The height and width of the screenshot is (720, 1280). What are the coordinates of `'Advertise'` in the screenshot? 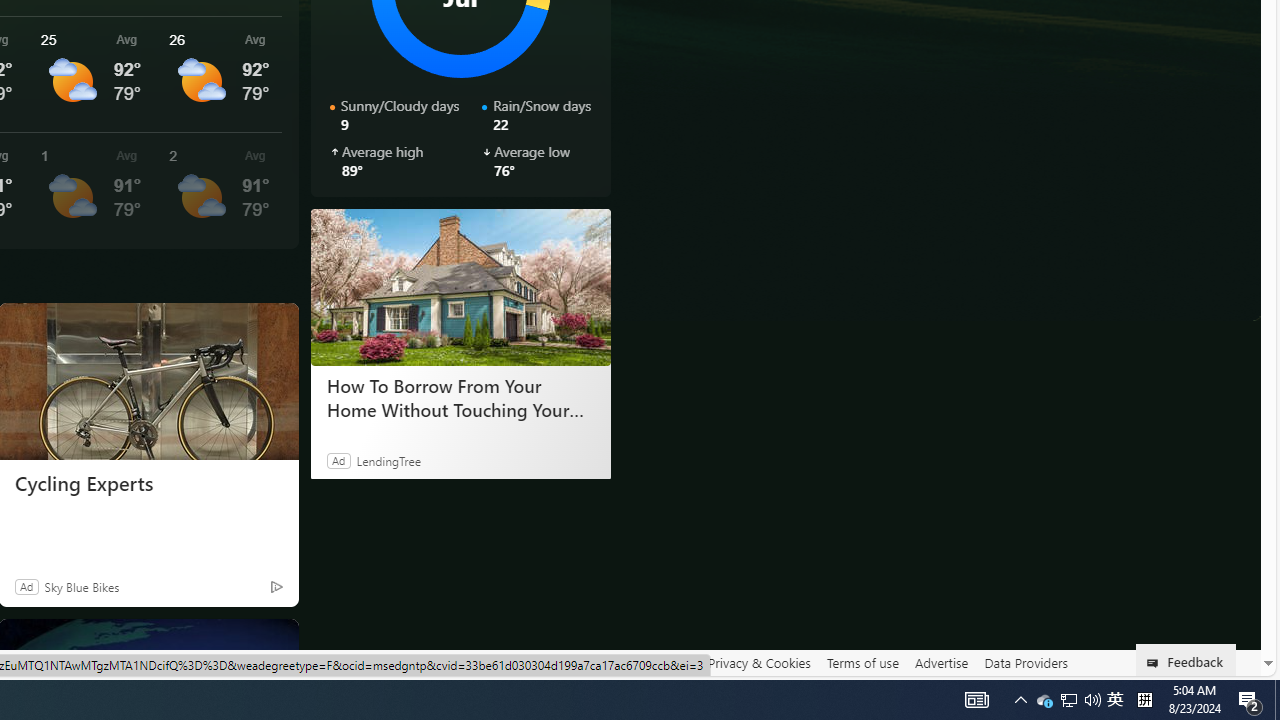 It's located at (940, 663).